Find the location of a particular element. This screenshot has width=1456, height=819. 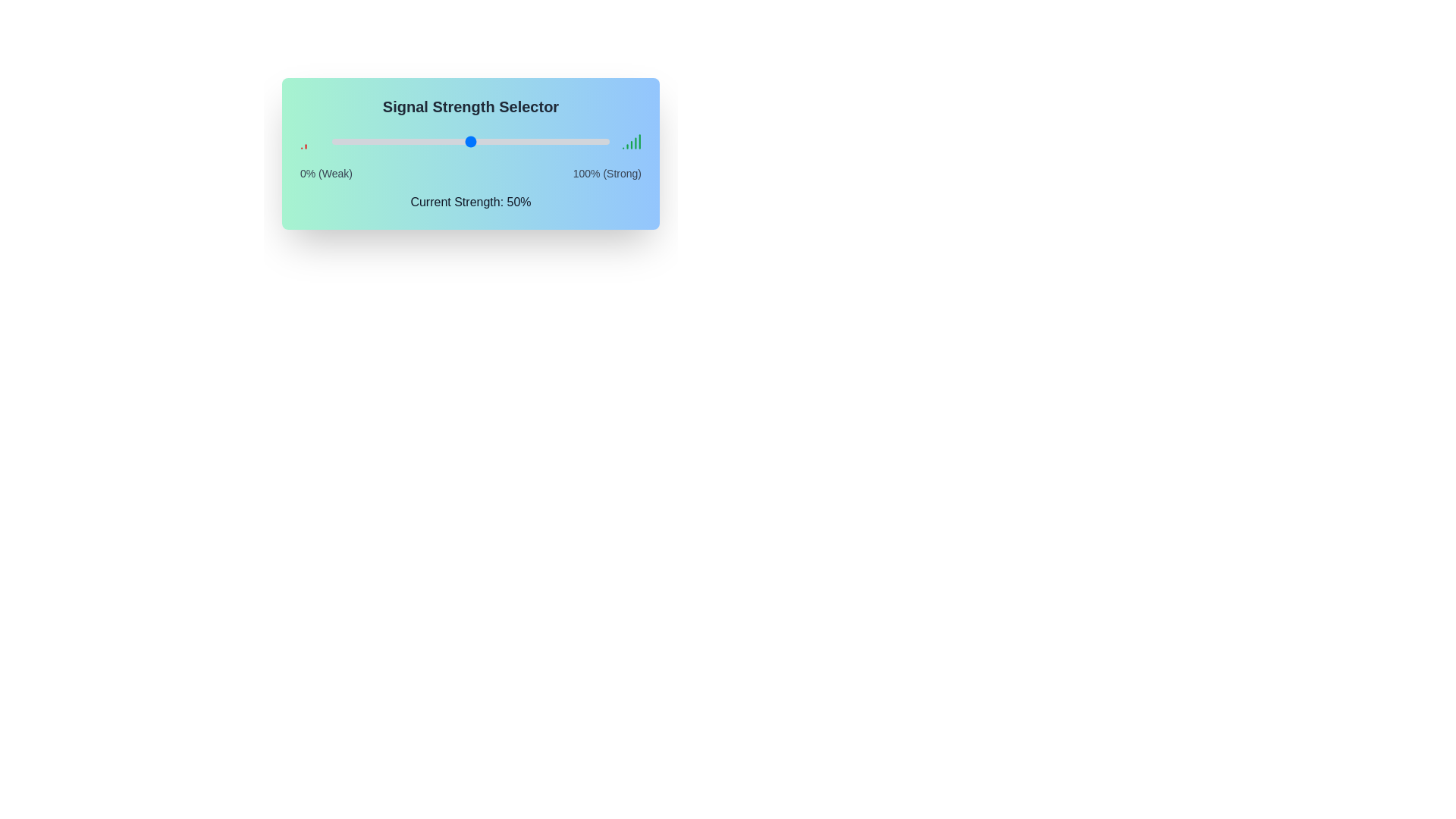

the signal strength slider to 10% is located at coordinates (359, 141).